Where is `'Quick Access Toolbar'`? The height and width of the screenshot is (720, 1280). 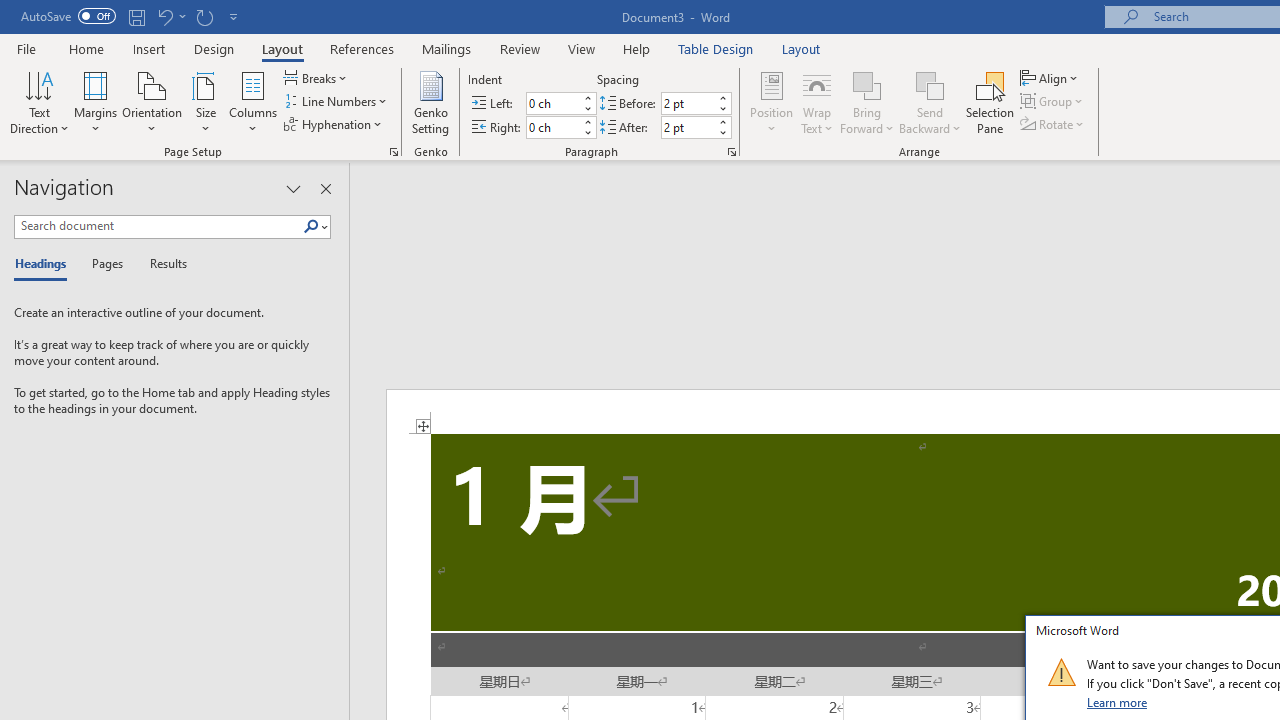
'Quick Access Toolbar' is located at coordinates (130, 16).